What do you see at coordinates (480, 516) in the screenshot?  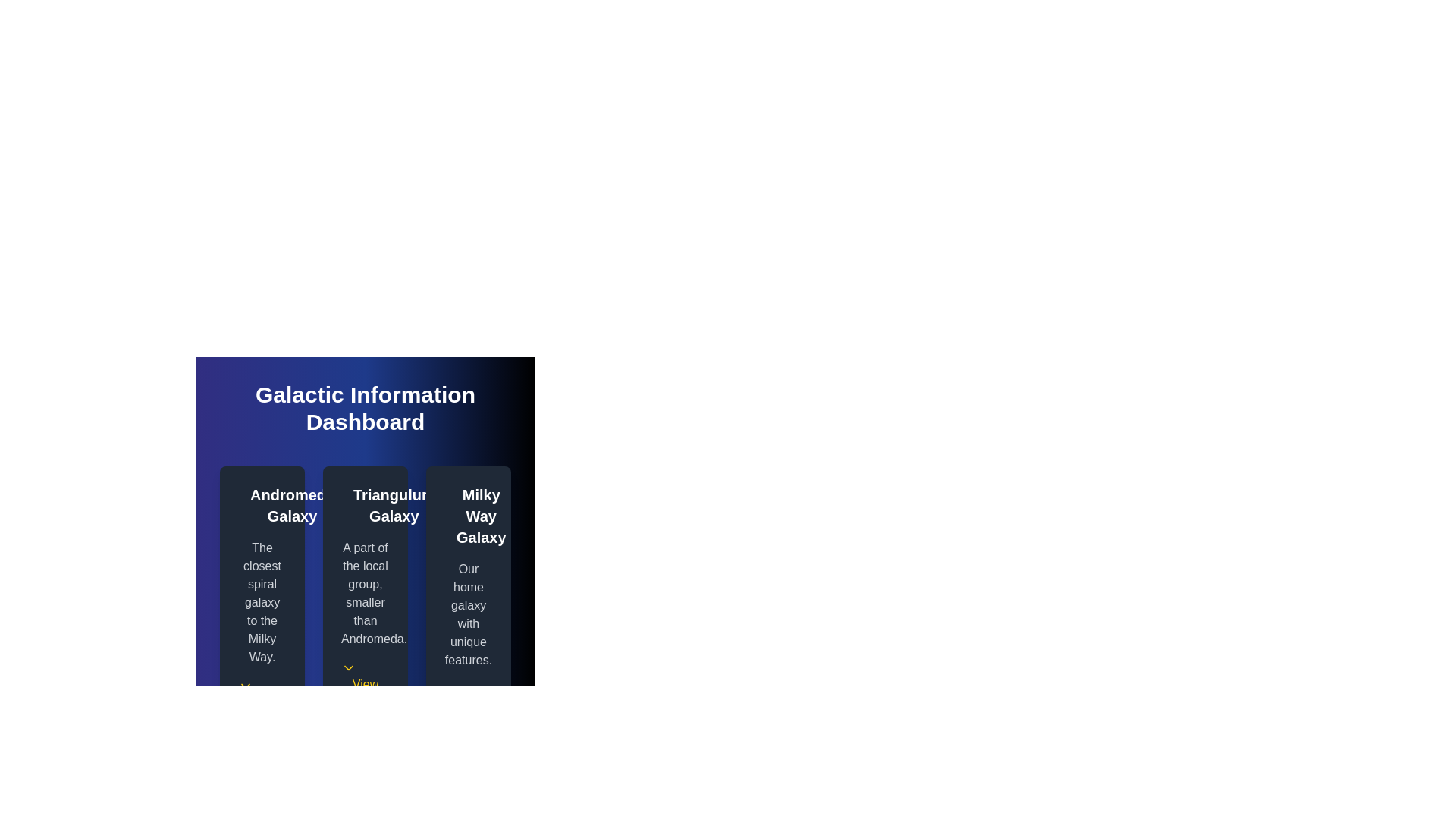 I see `text label displaying 'Milky Way Galaxy', which is a bold, large font, white-colored on a dark background, centrally aligned and located as the third item in a set of cards` at bounding box center [480, 516].